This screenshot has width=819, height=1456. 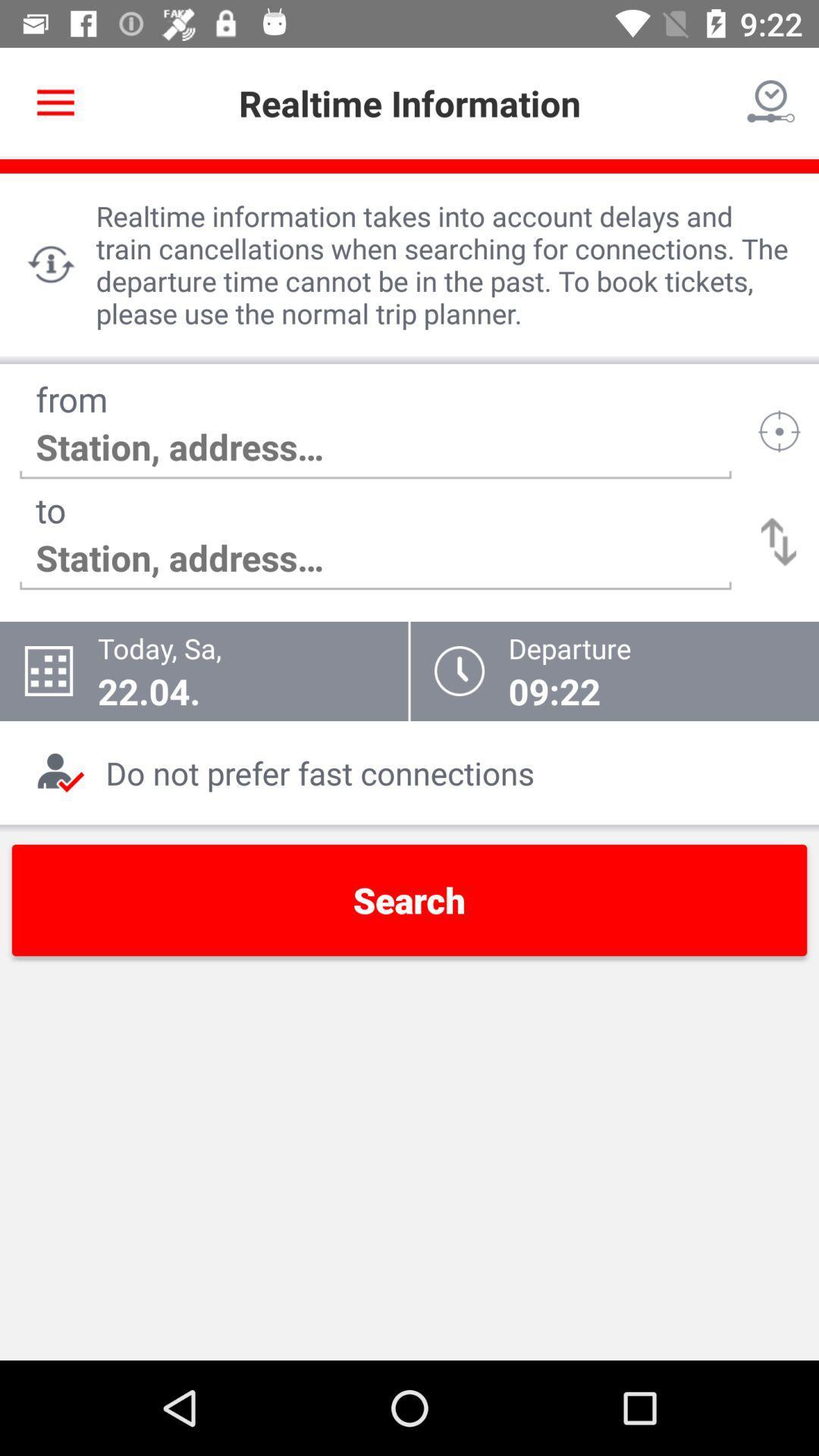 I want to click on the realtime information icon, so click(x=51, y=265).